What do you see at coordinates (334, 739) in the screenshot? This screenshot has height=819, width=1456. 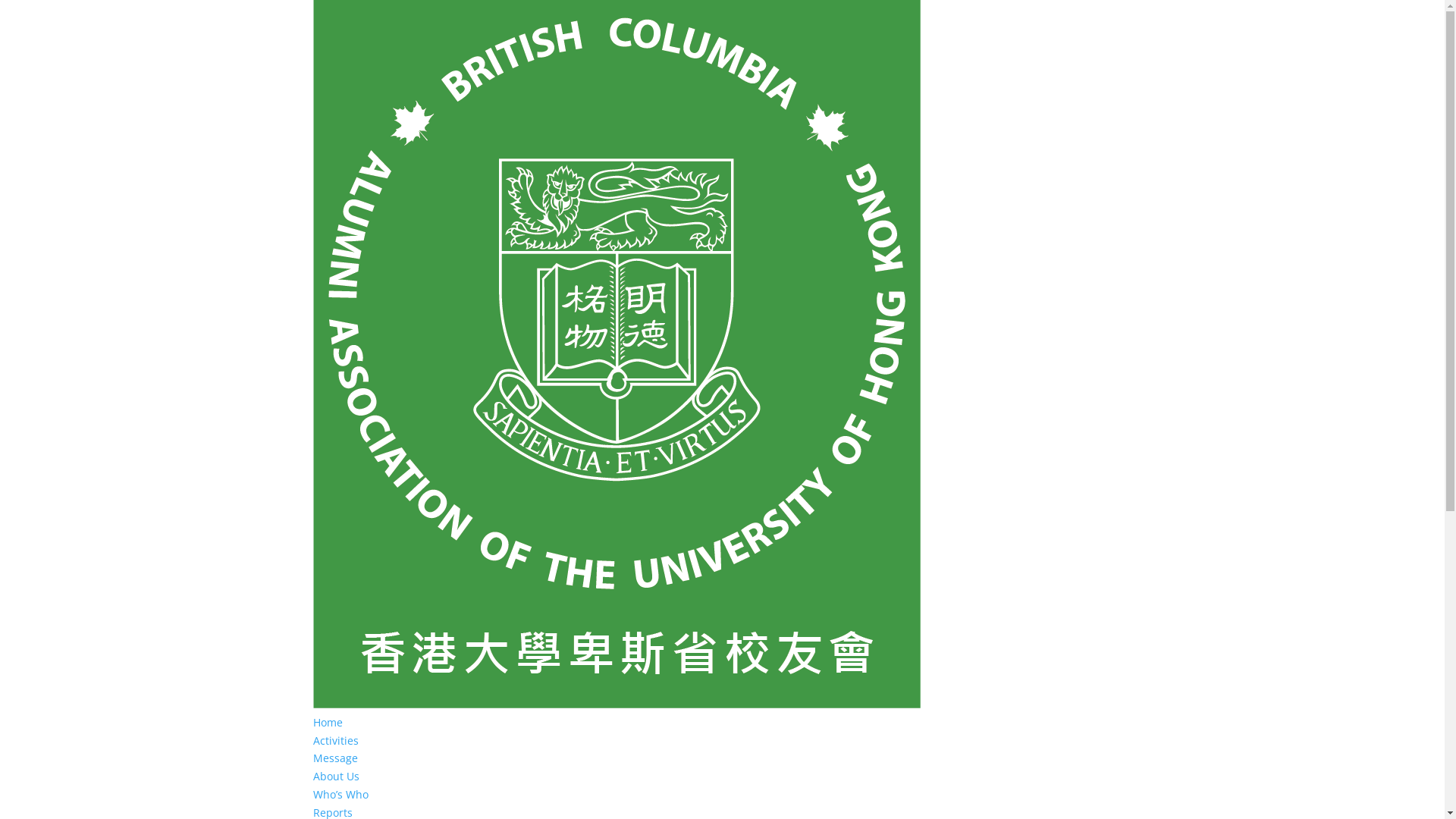 I see `'Activities'` at bounding box center [334, 739].